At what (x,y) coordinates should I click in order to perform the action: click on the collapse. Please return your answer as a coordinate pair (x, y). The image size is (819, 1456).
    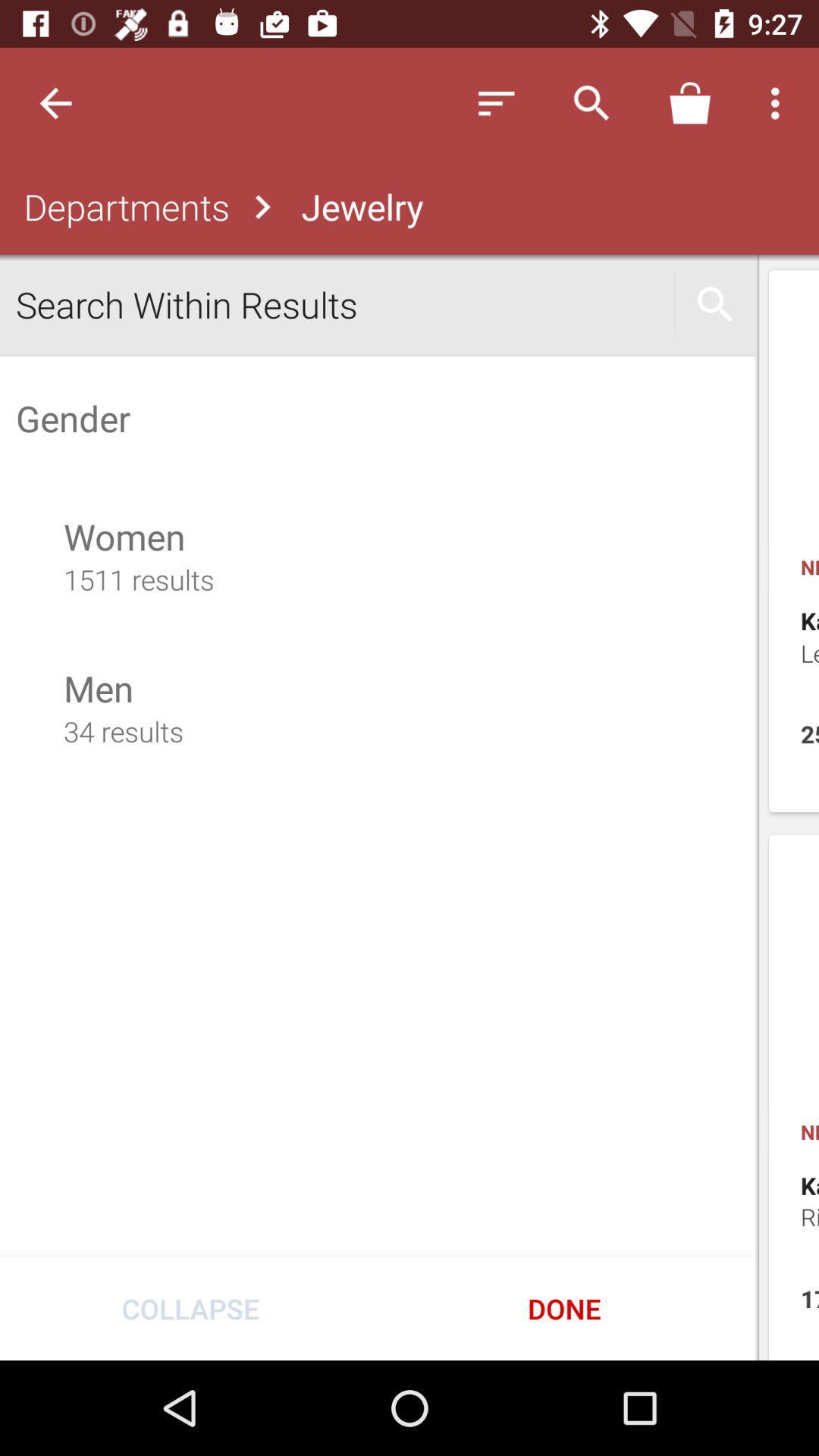
    Looking at the image, I should click on (190, 1307).